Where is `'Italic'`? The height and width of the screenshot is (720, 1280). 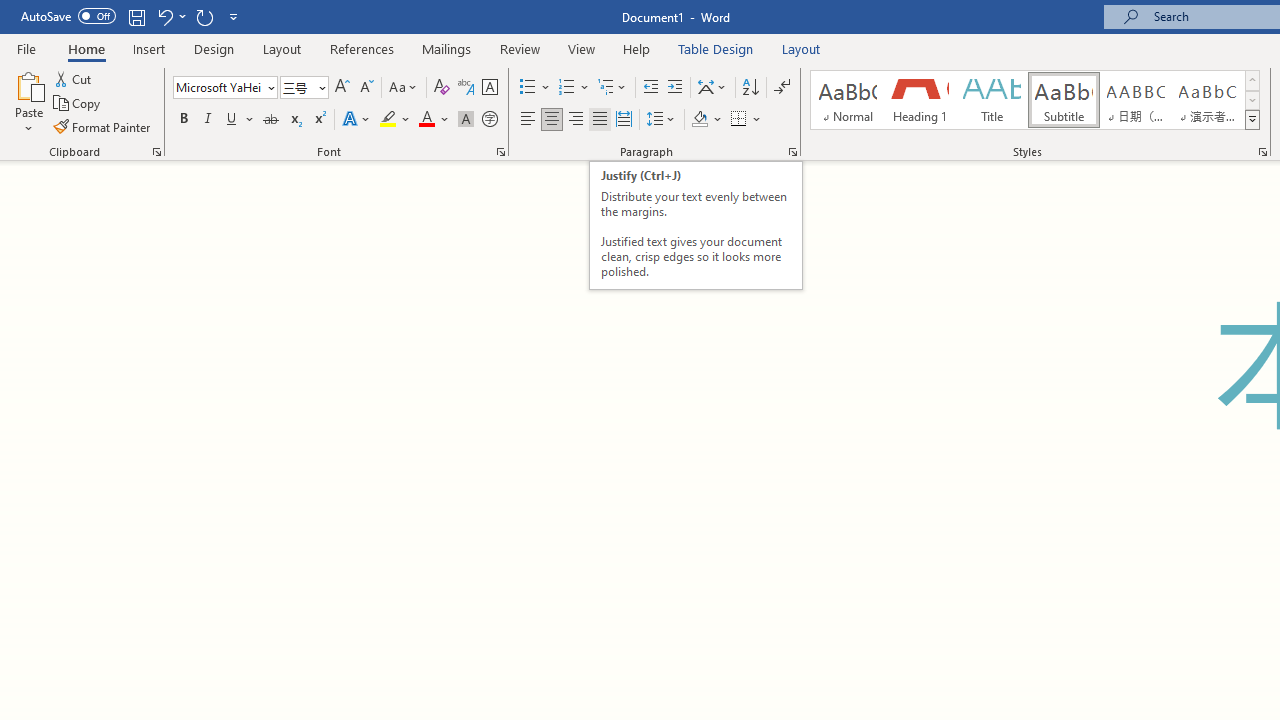 'Italic' is located at coordinates (208, 119).